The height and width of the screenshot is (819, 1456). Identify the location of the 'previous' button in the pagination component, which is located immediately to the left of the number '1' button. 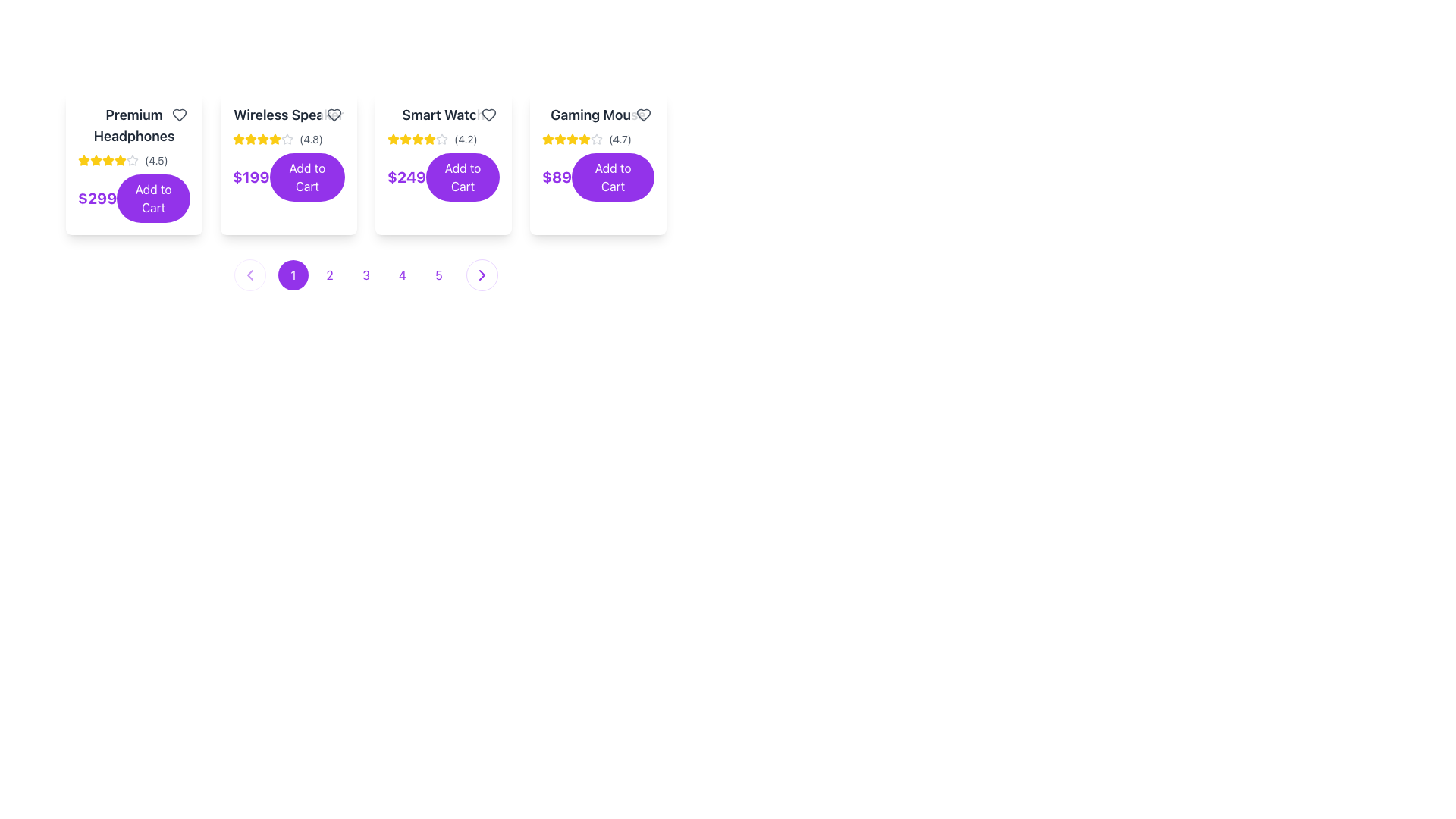
(250, 275).